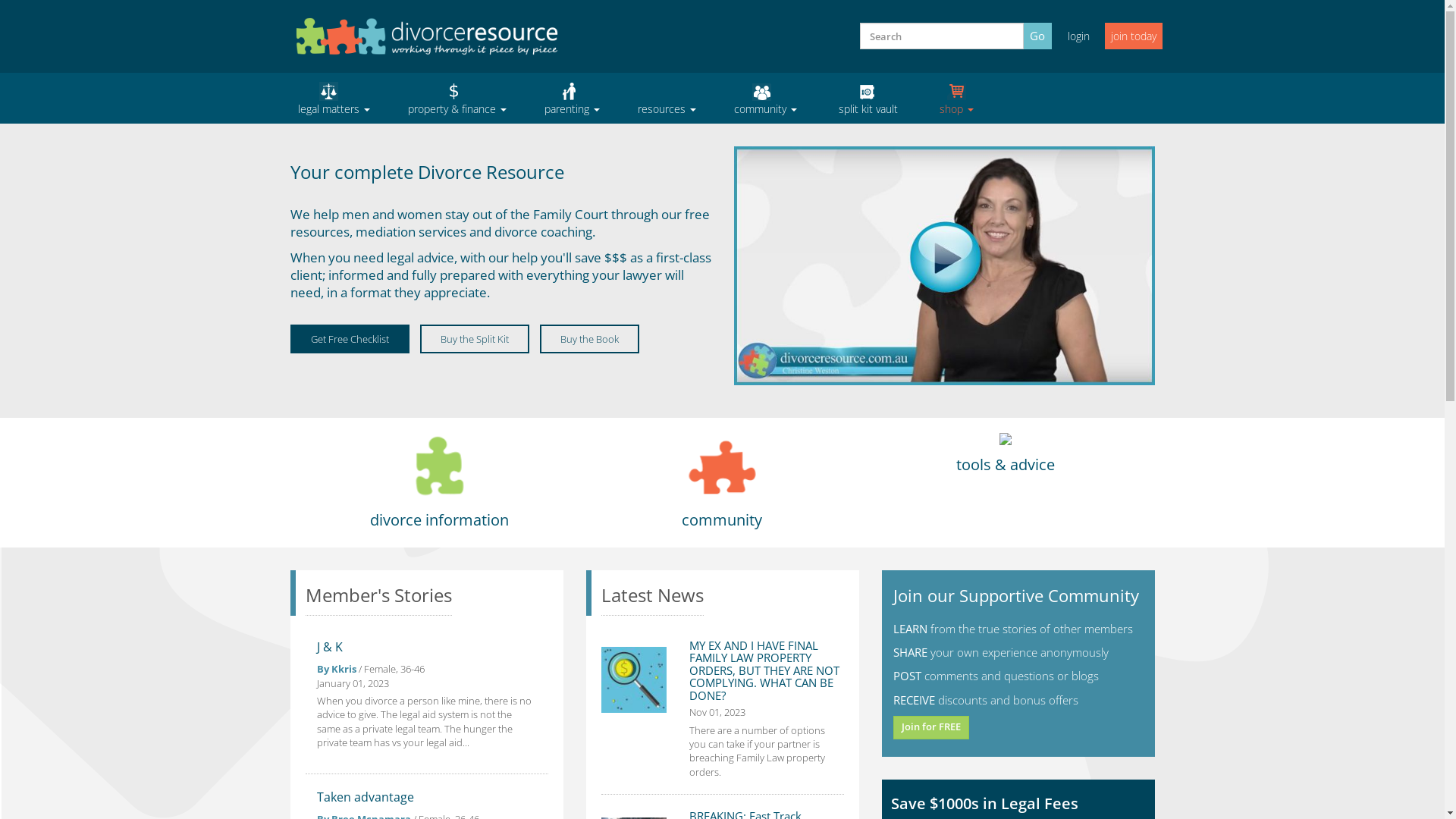  Describe the element at coordinates (667, 98) in the screenshot. I see `'resources'` at that location.